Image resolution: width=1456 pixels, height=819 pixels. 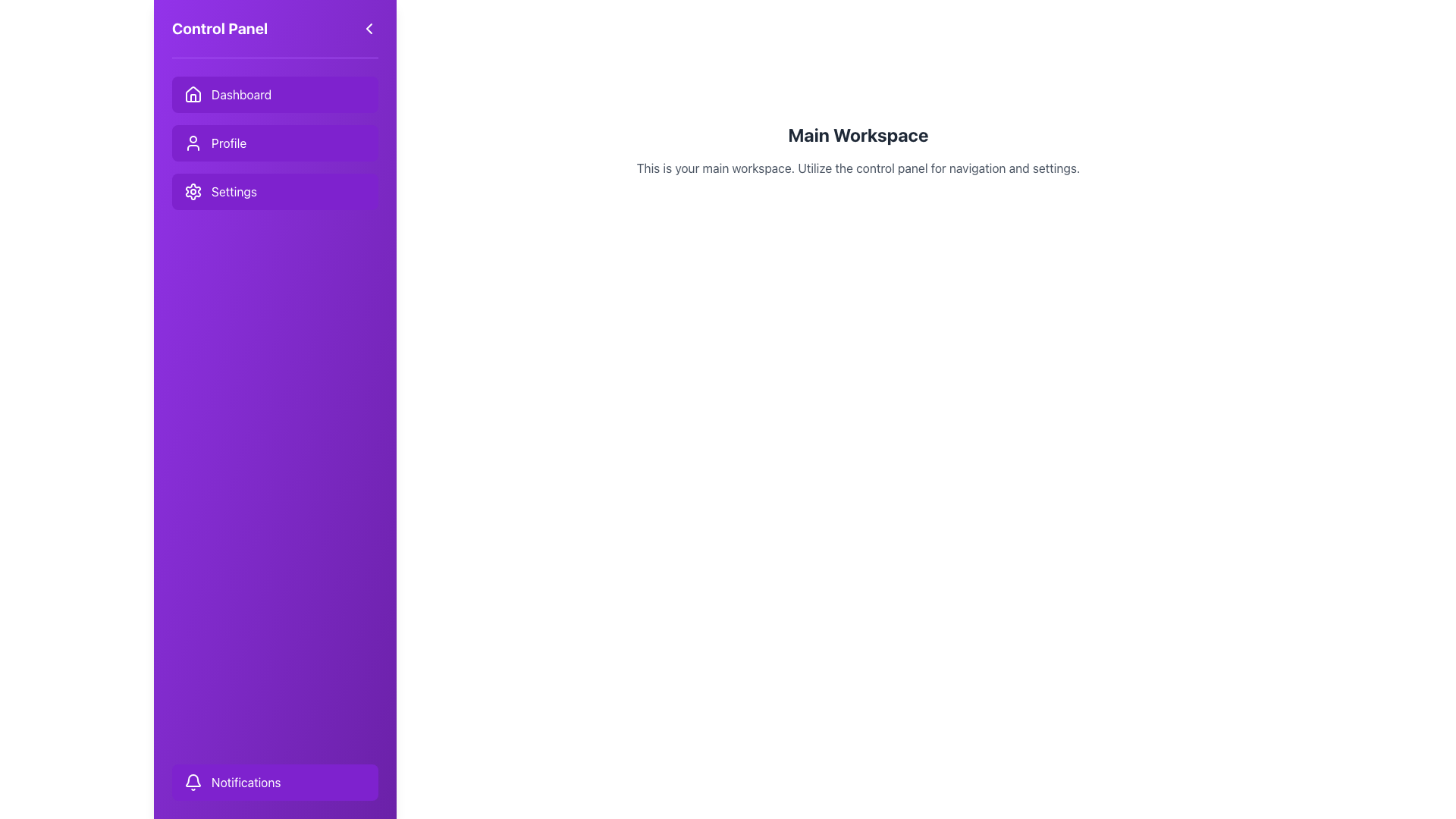 I want to click on the navigation button located at the top of the sidebar menu, so click(x=275, y=94).